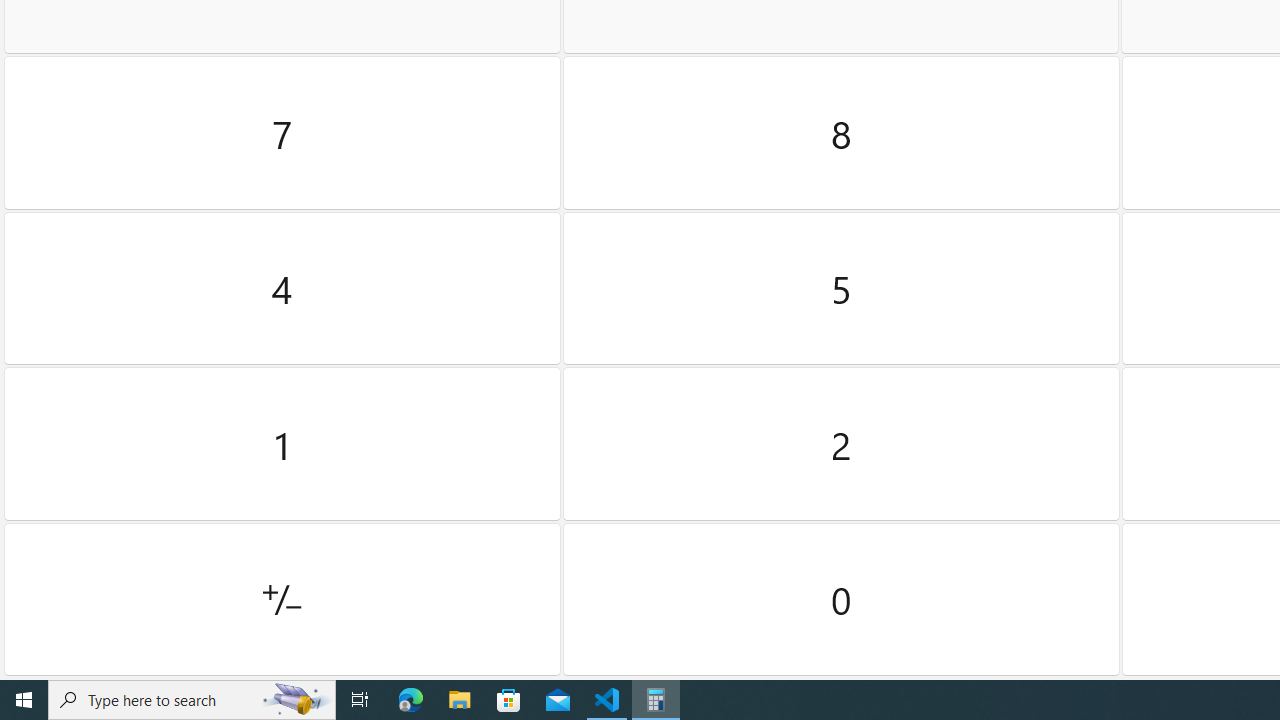 The height and width of the screenshot is (720, 1280). Describe the element at coordinates (192, 698) in the screenshot. I see `'Type here to search'` at that location.